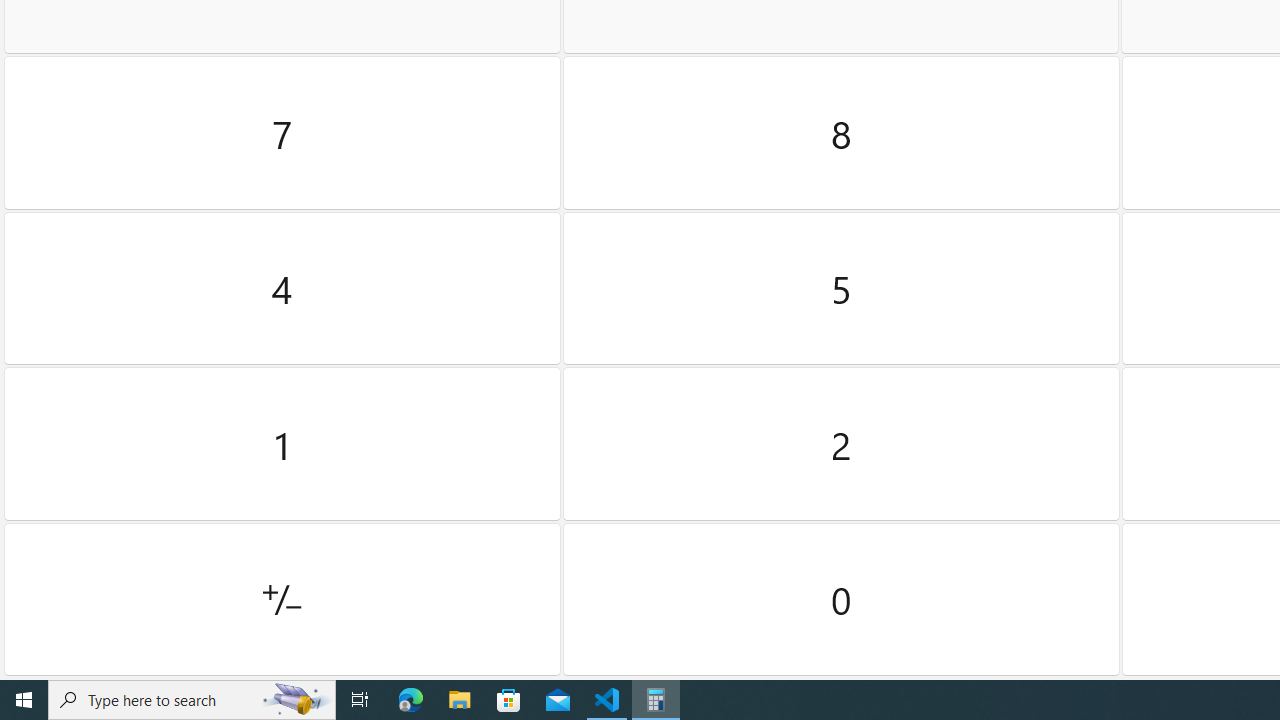 The height and width of the screenshot is (720, 1280). Describe the element at coordinates (192, 698) in the screenshot. I see `'Type here to search'` at that location.